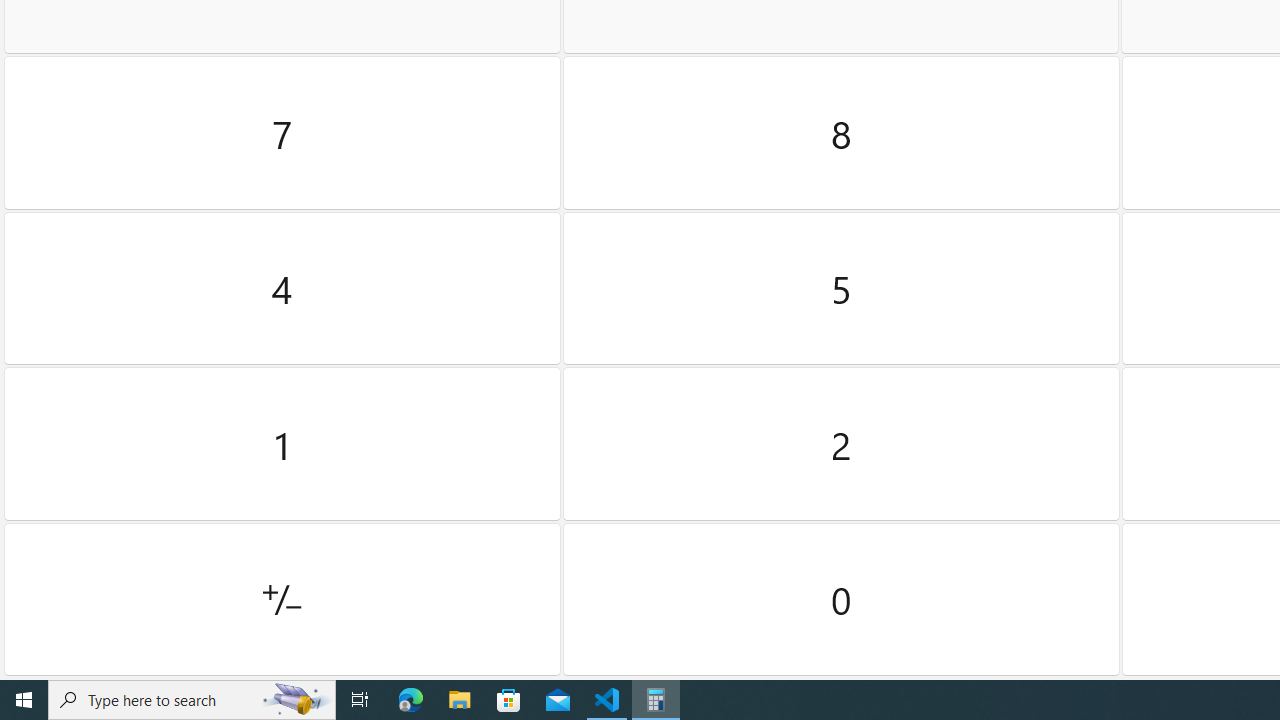 The height and width of the screenshot is (720, 1280). Describe the element at coordinates (192, 698) in the screenshot. I see `'Type here to search'` at that location.